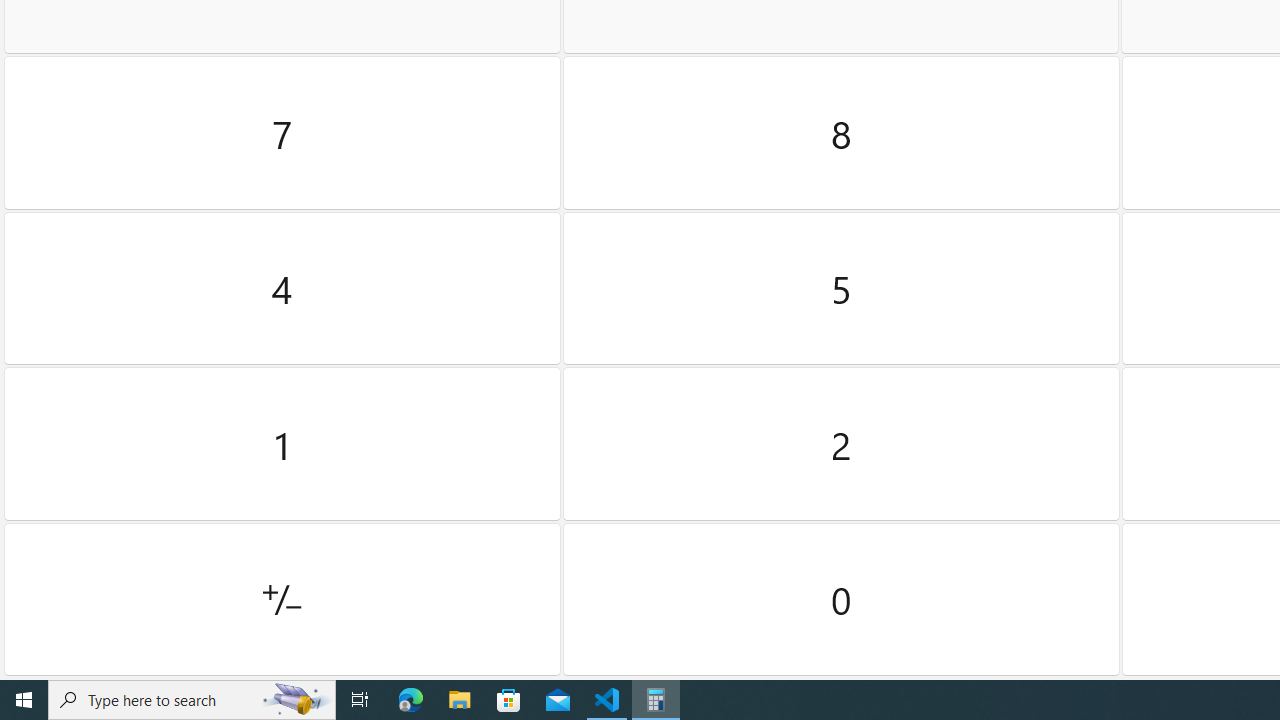 The height and width of the screenshot is (720, 1280). Describe the element at coordinates (192, 698) in the screenshot. I see `'Type here to search'` at that location.